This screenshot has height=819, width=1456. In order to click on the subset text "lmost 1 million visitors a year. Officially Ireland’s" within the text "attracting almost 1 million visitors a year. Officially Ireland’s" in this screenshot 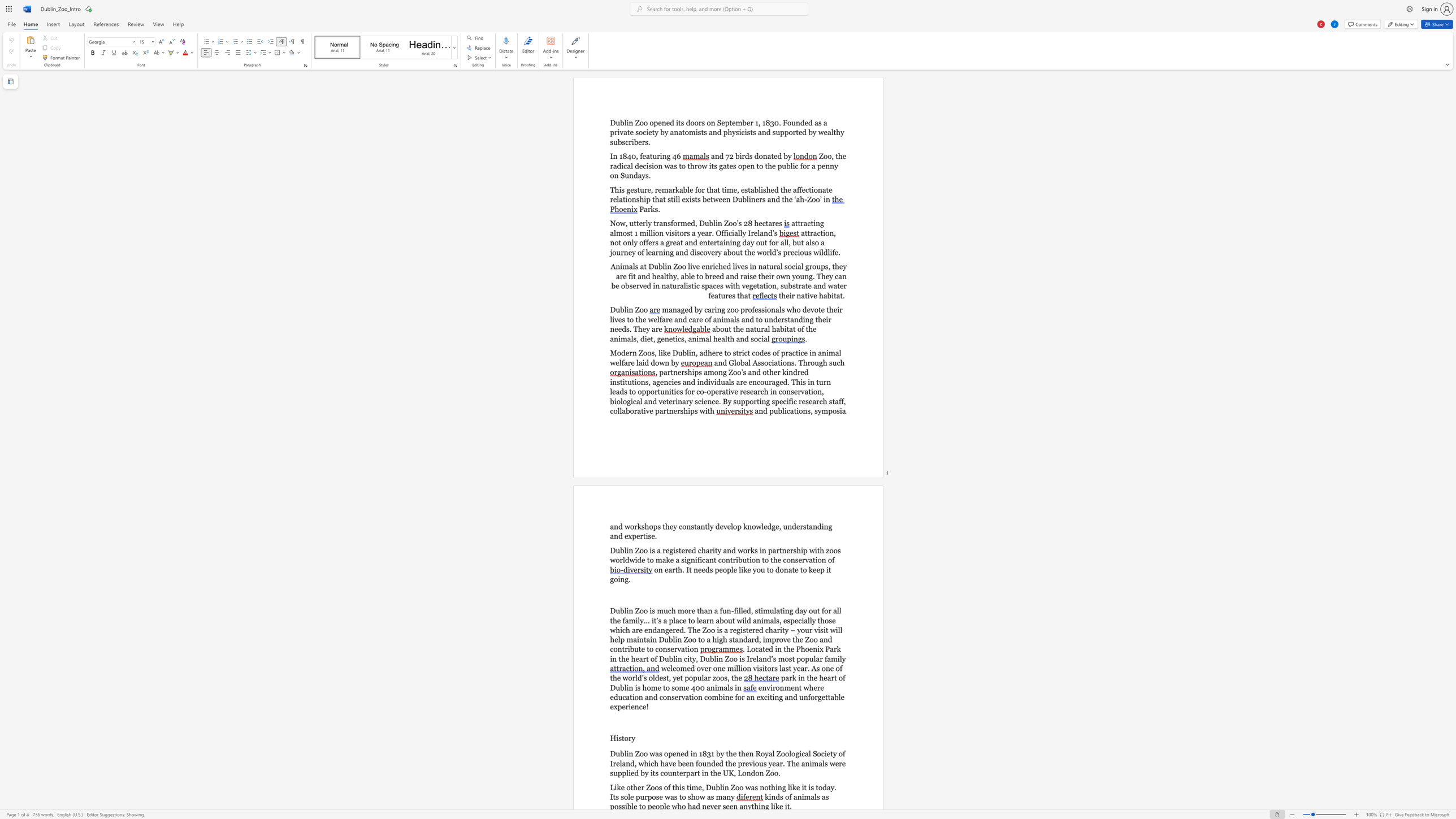, I will do `click(613, 232)`.